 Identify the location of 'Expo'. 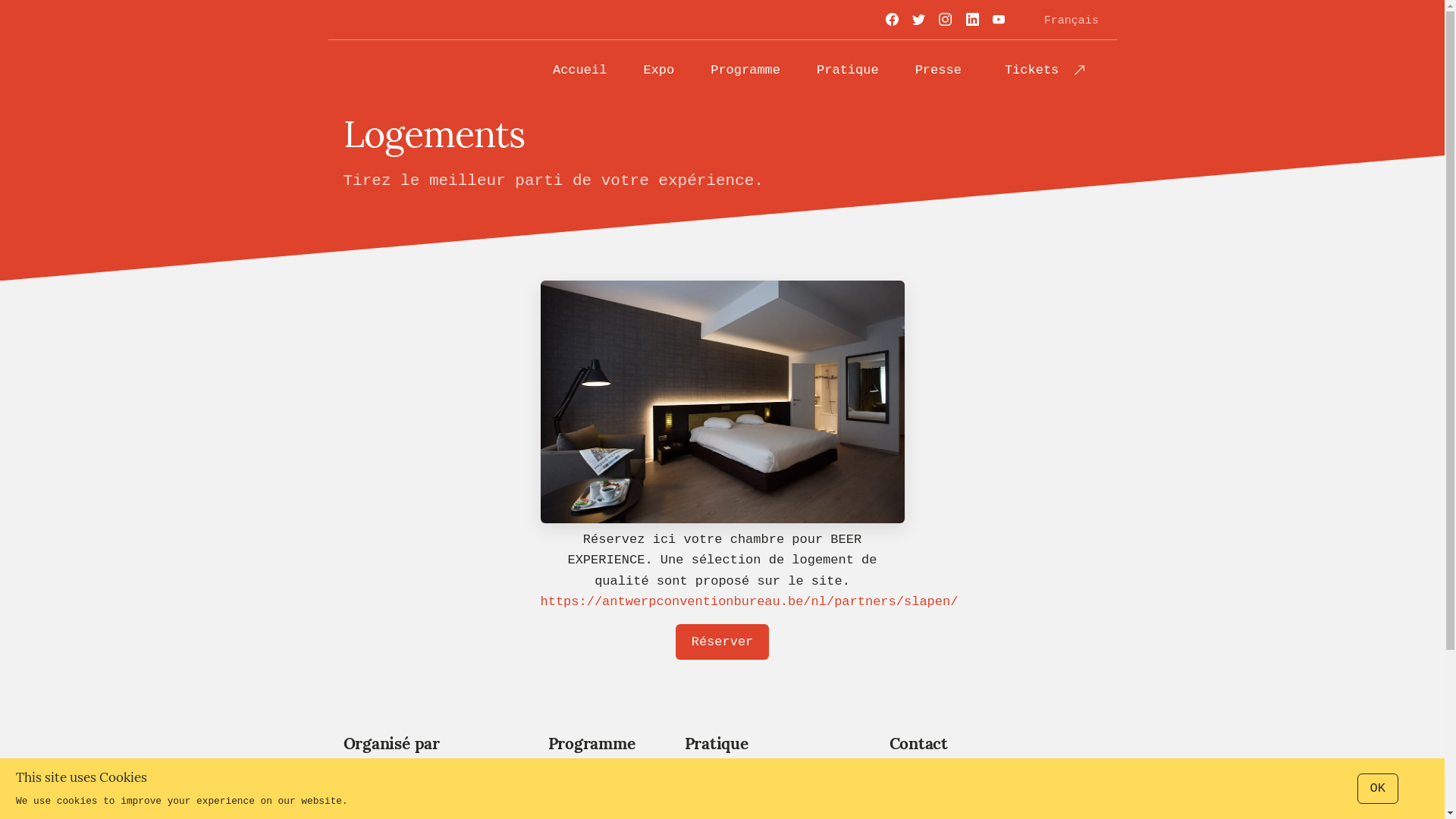
(625, 70).